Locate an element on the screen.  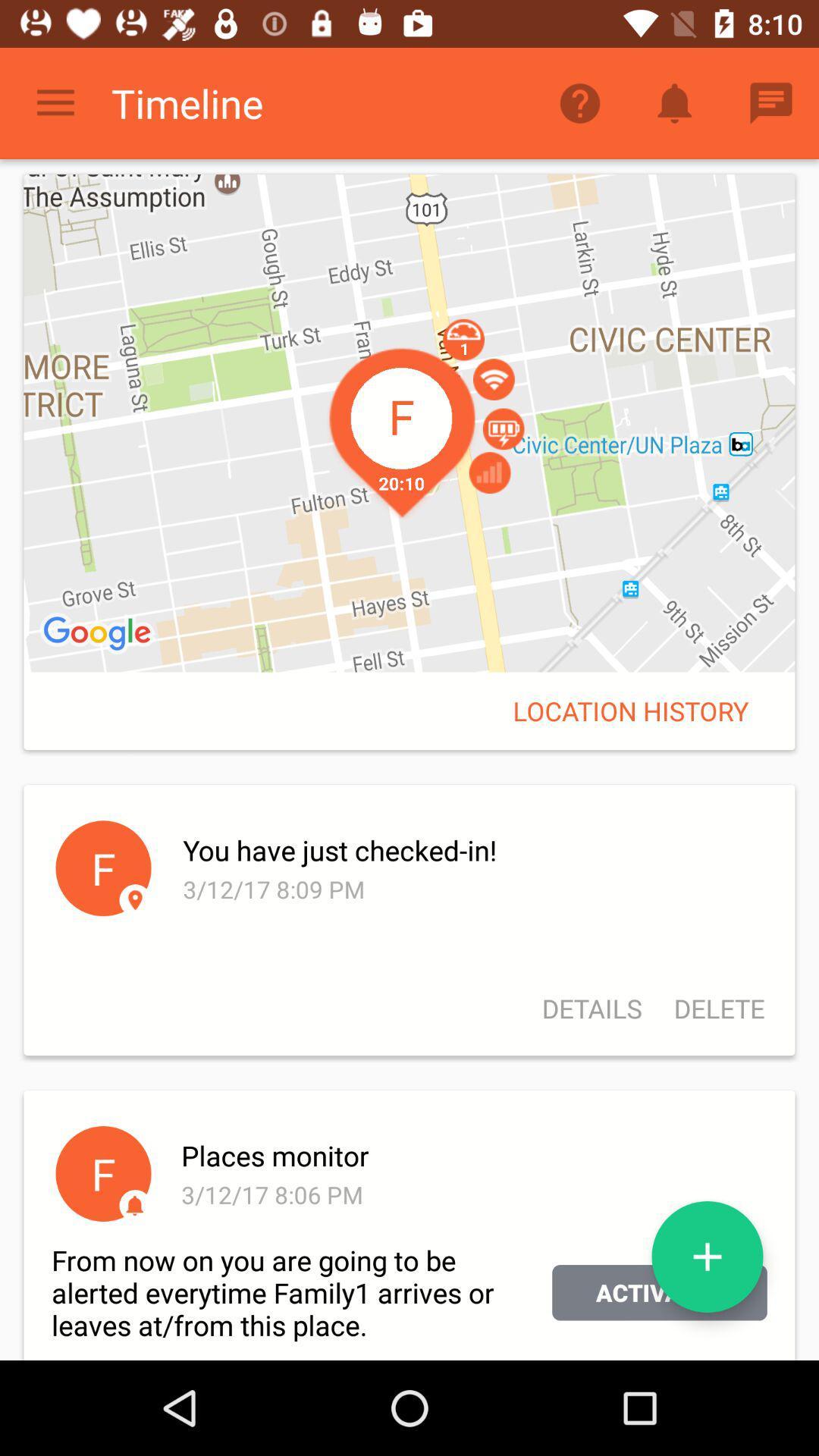
the icon on the right is located at coordinates (631, 710).